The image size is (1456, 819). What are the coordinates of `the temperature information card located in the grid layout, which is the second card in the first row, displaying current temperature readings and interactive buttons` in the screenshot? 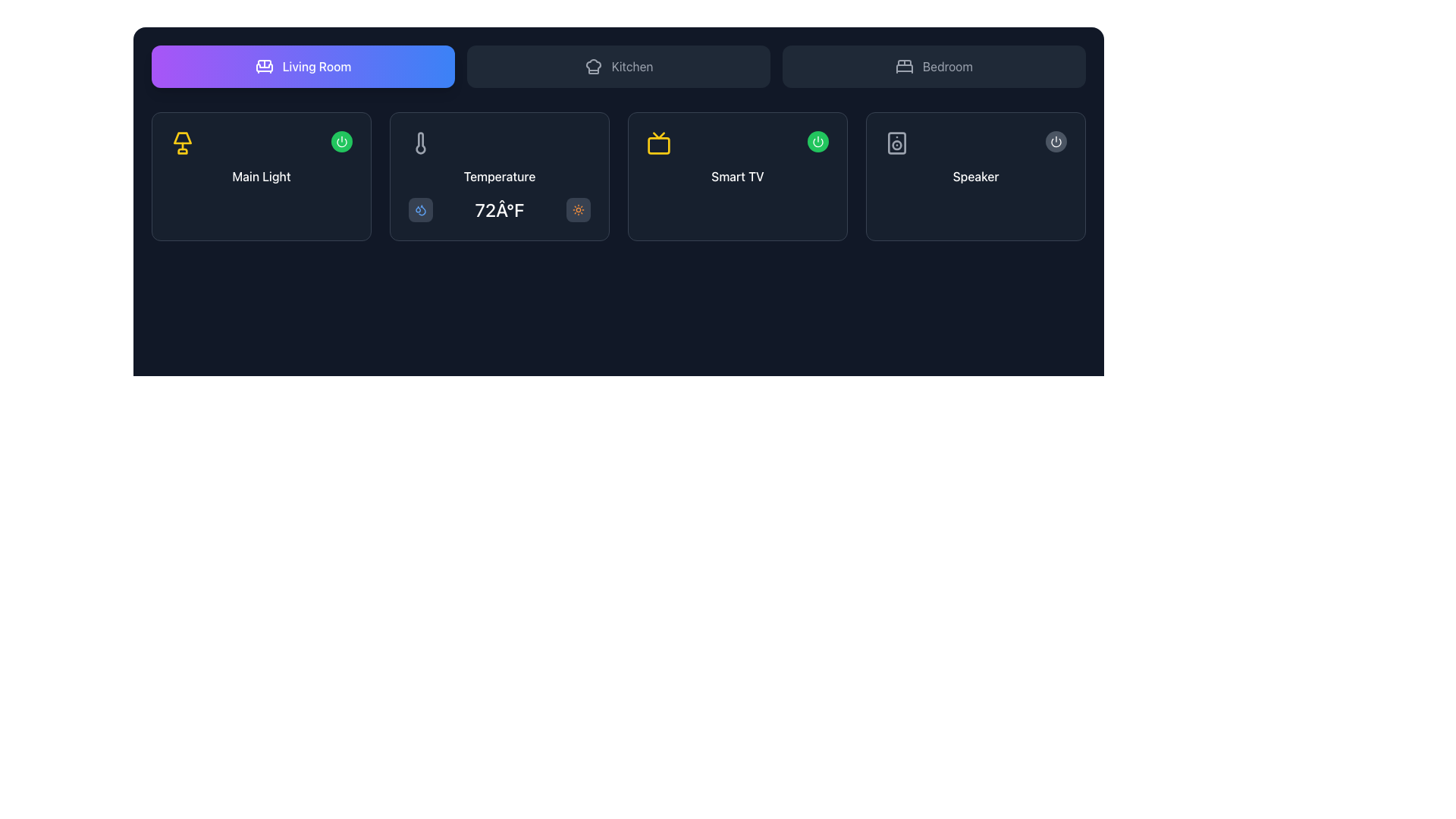 It's located at (499, 175).